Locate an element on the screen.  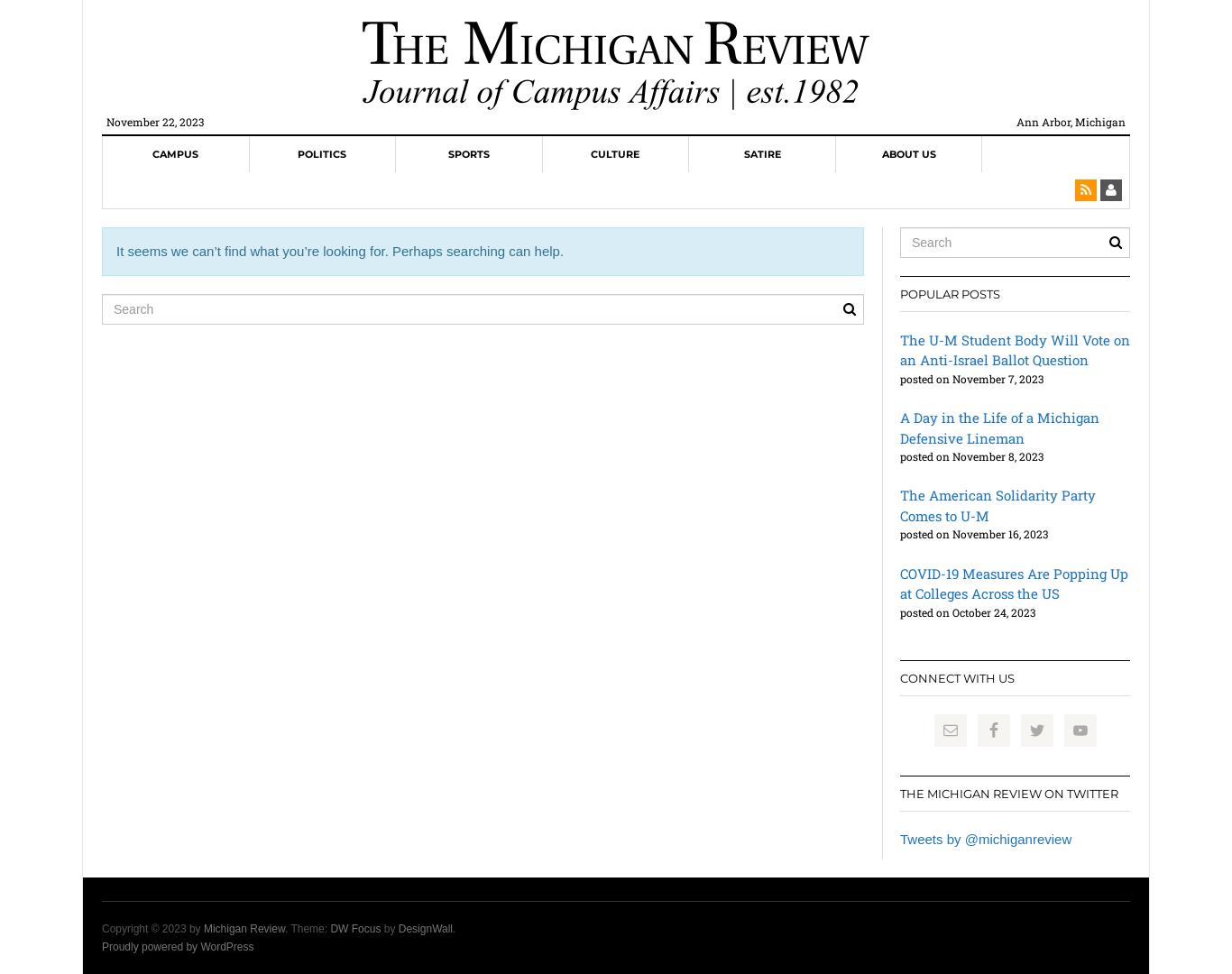
'.' is located at coordinates (453, 928).